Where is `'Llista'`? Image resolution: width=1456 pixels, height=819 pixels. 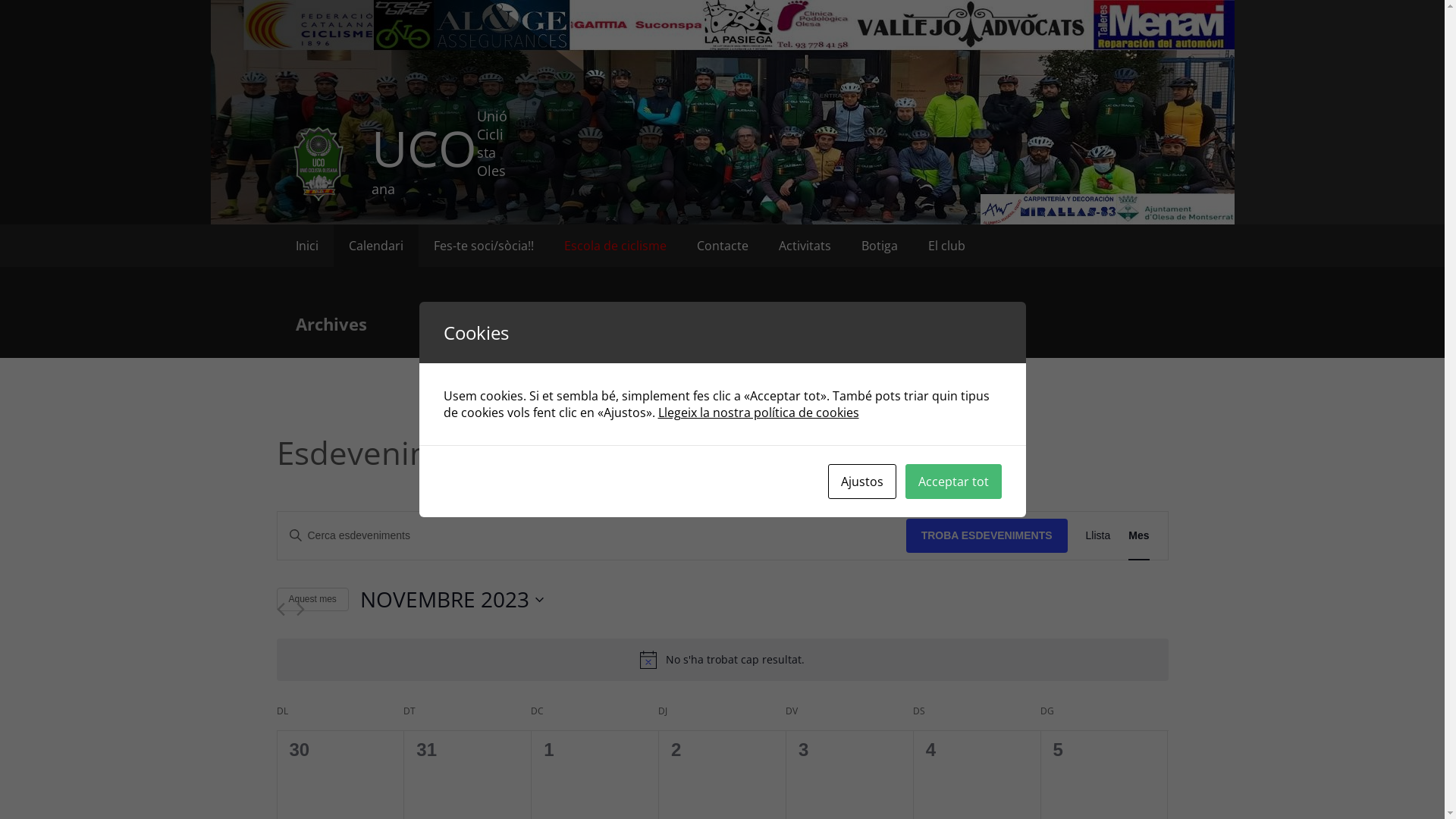 'Llista' is located at coordinates (1098, 535).